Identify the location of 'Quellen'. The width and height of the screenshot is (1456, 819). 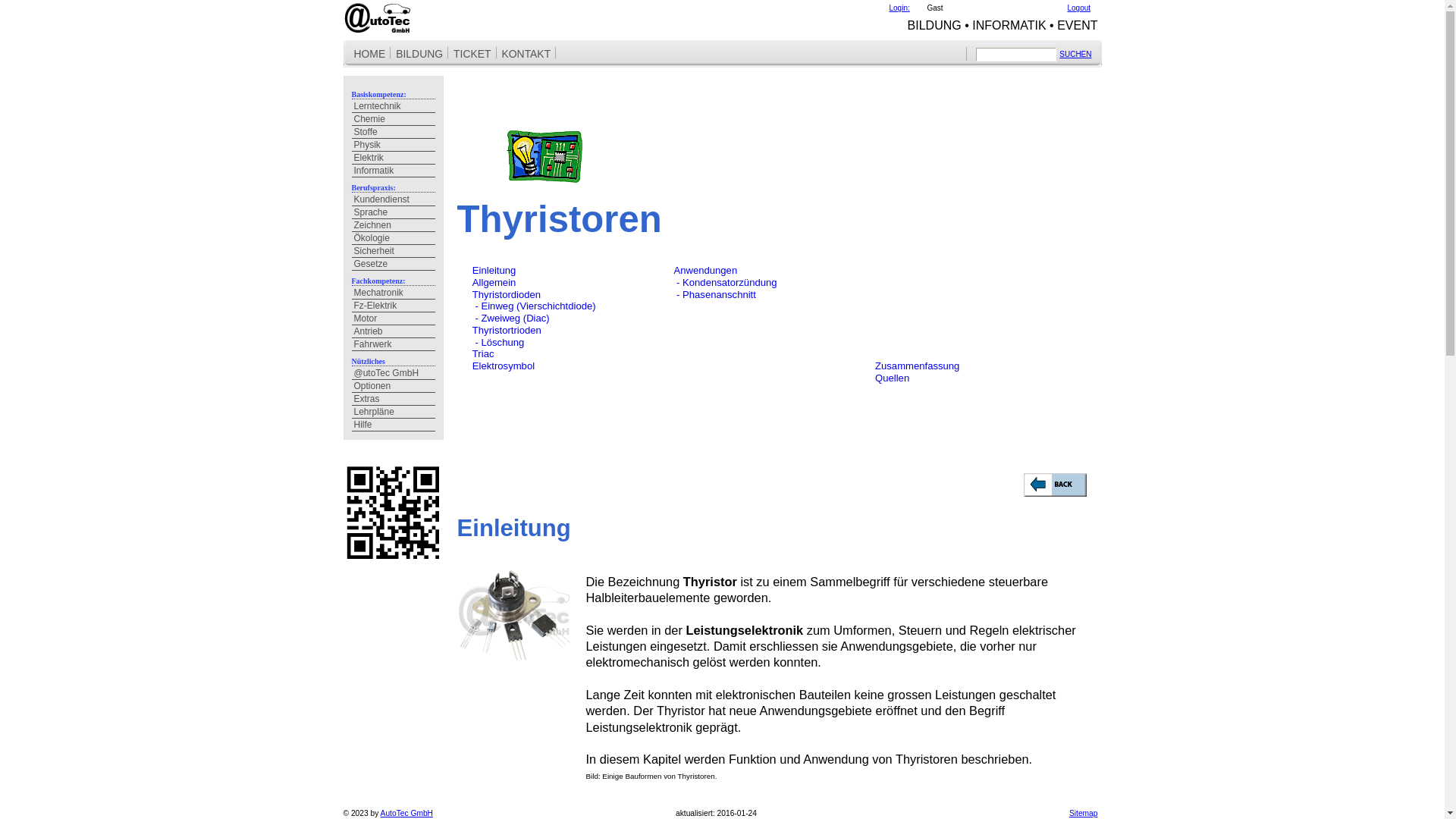
(892, 377).